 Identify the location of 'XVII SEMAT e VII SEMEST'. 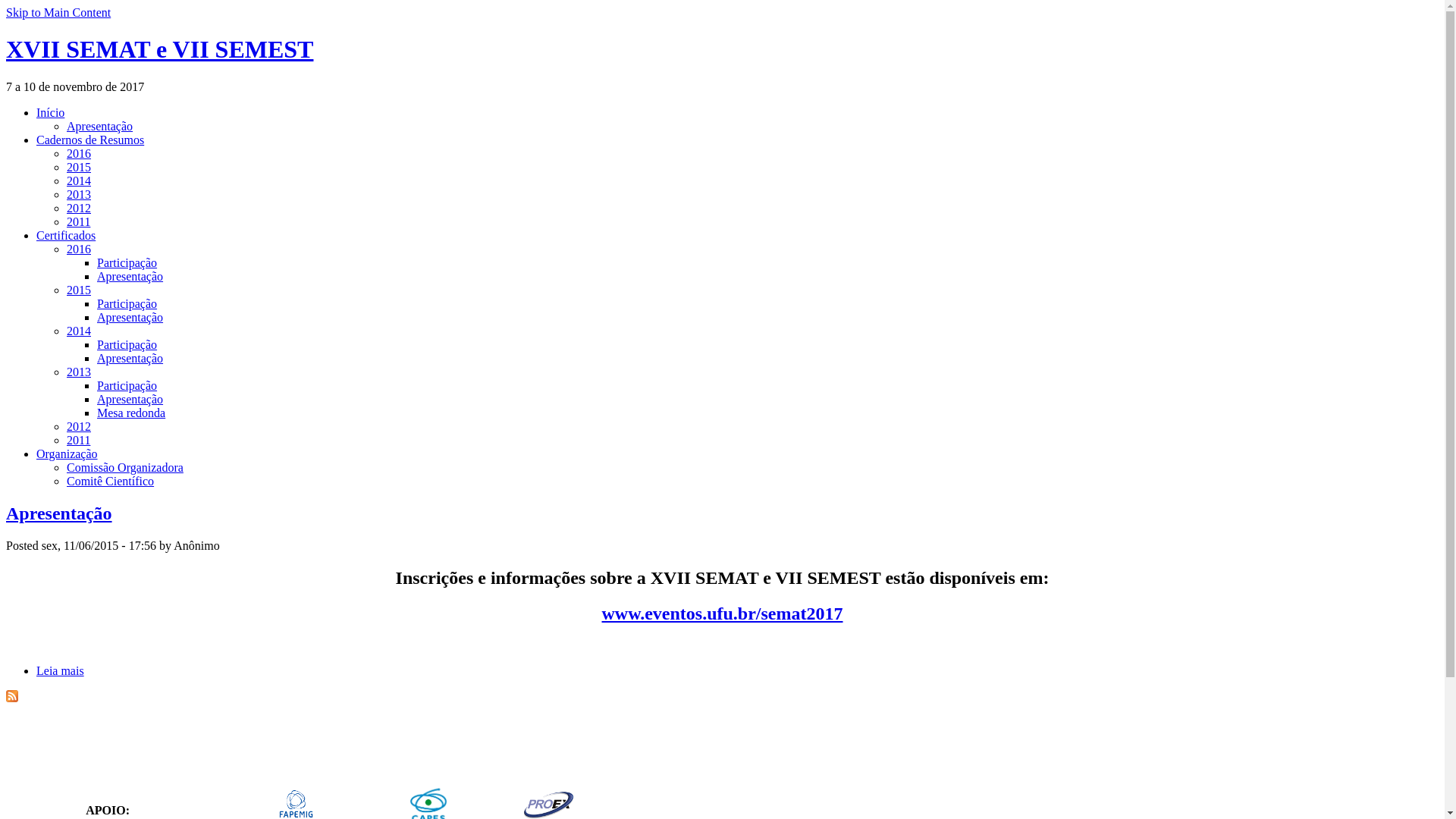
(159, 49).